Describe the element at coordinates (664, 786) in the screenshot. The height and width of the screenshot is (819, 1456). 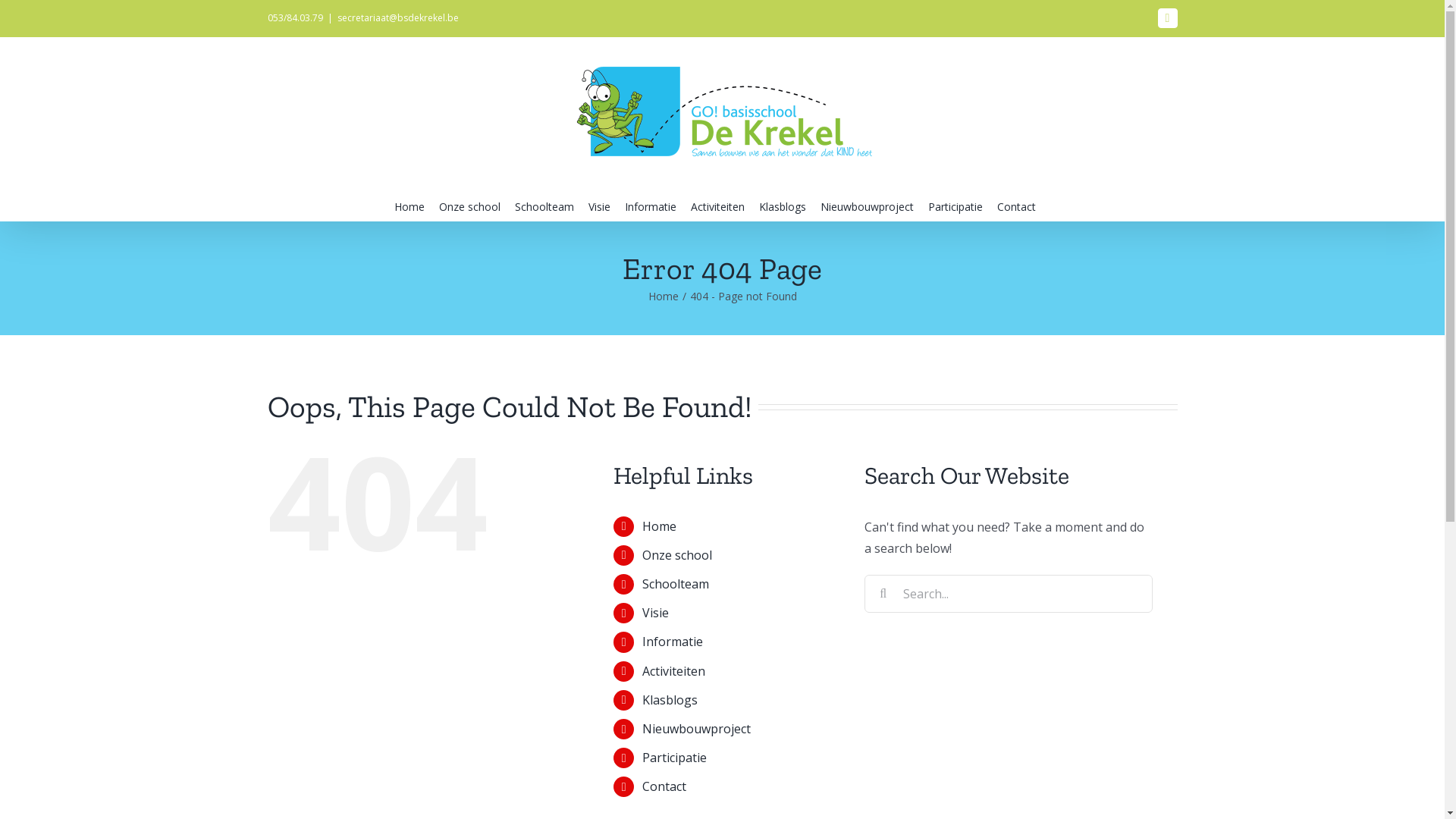
I see `'Contact'` at that location.